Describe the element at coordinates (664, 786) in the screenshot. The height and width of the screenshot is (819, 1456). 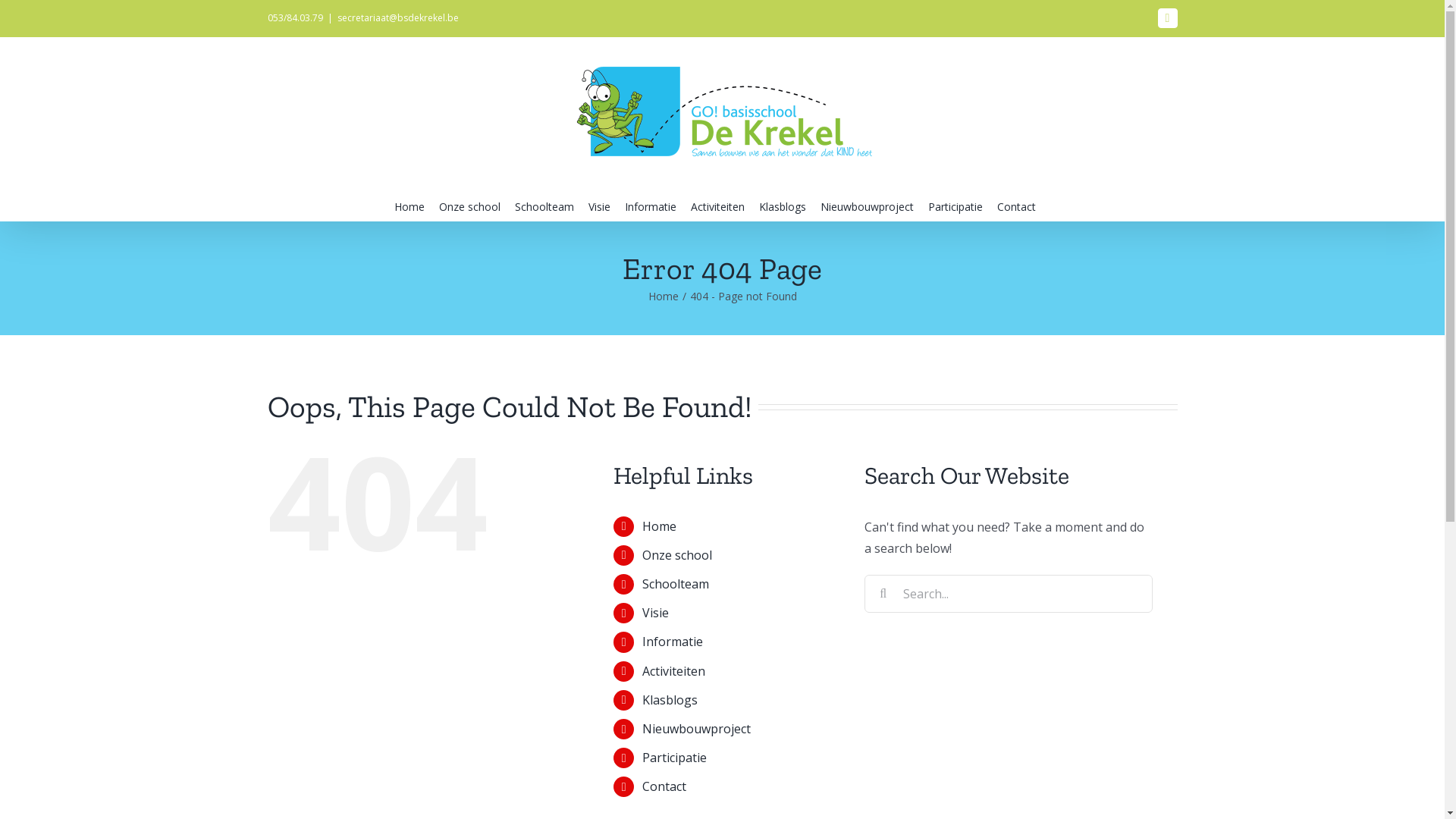
I see `'Contact'` at that location.